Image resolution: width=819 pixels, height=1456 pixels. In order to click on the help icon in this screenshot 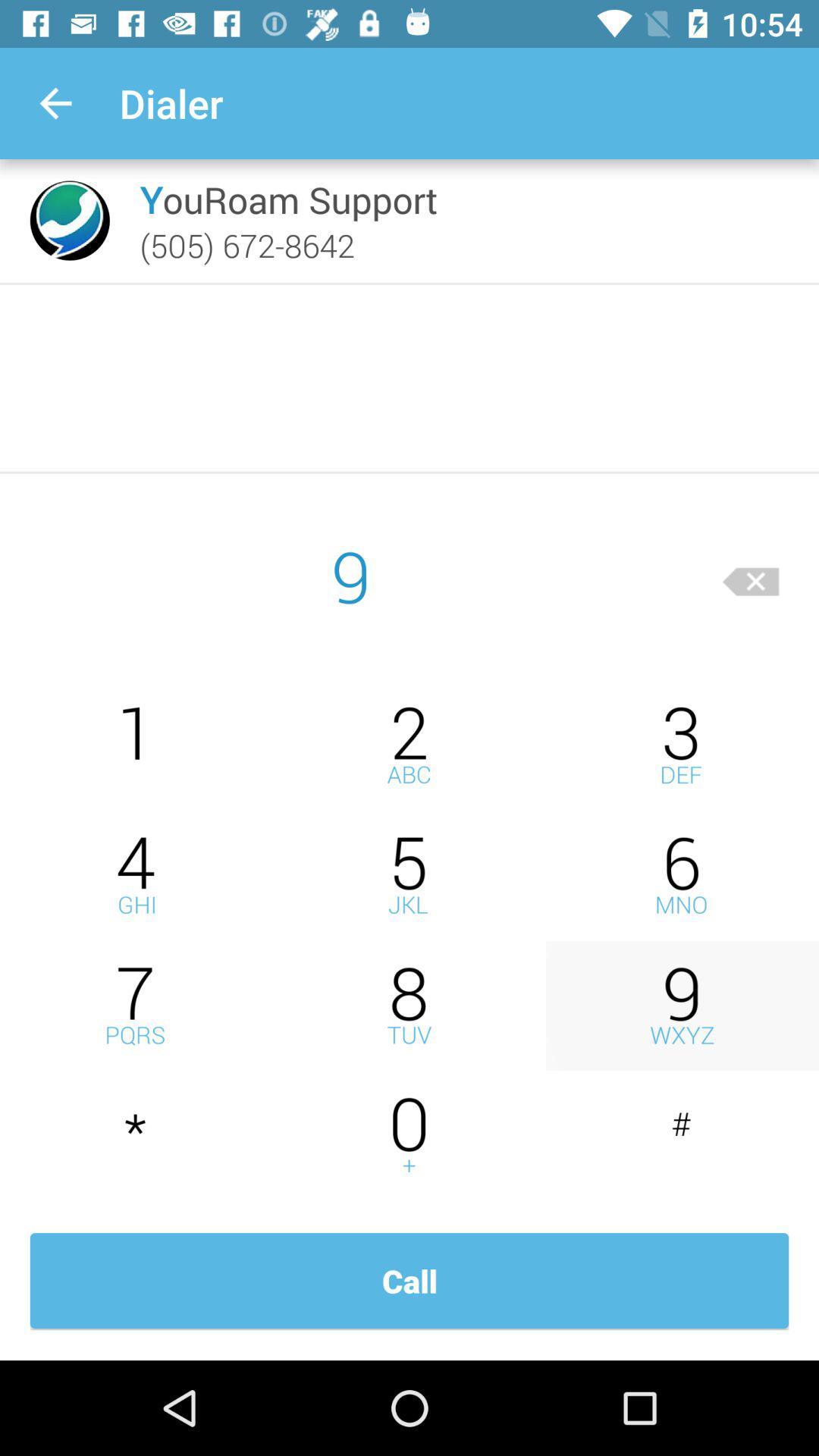, I will do `click(409, 745)`.